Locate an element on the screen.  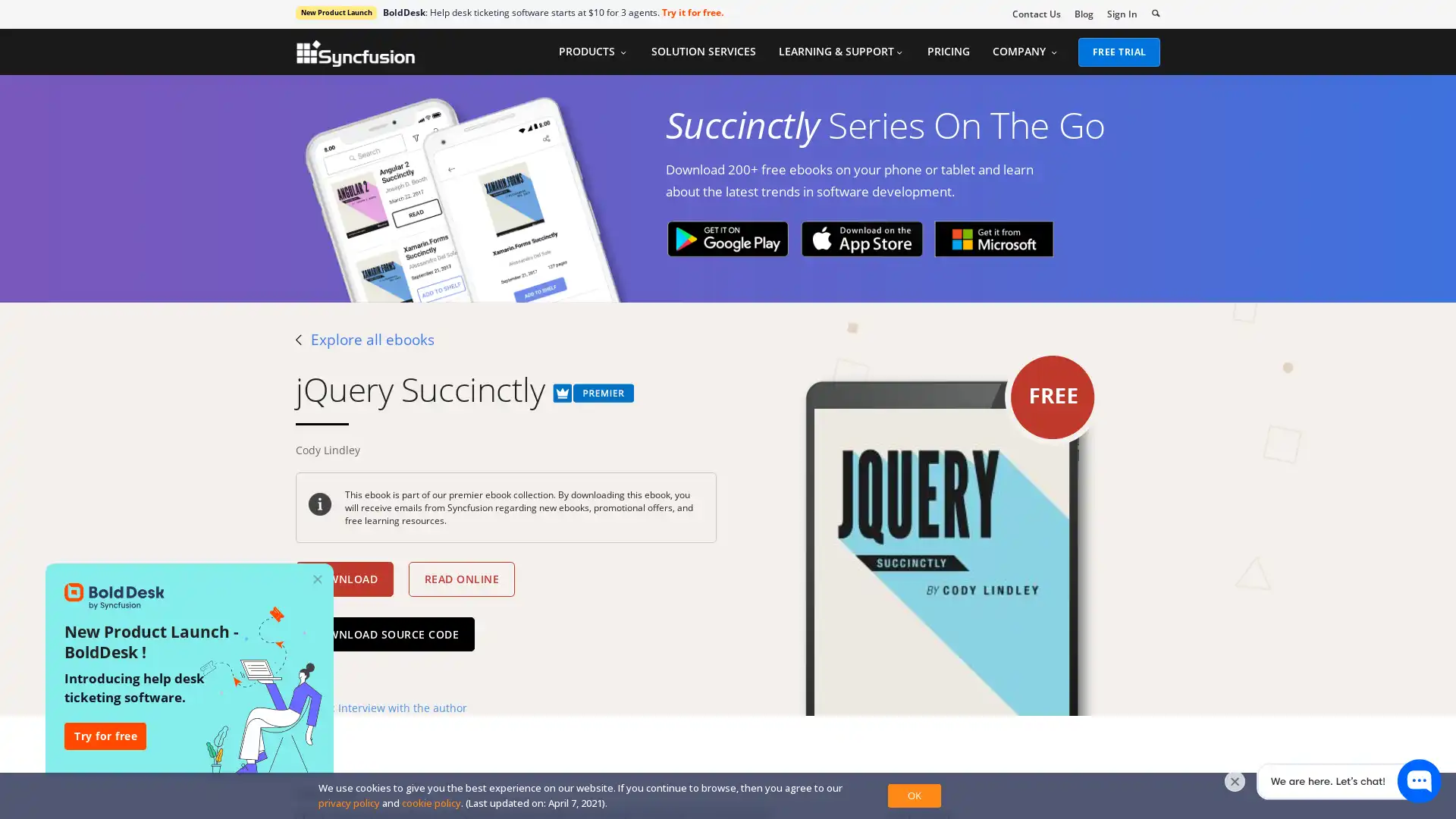
OK is located at coordinates (913, 795).